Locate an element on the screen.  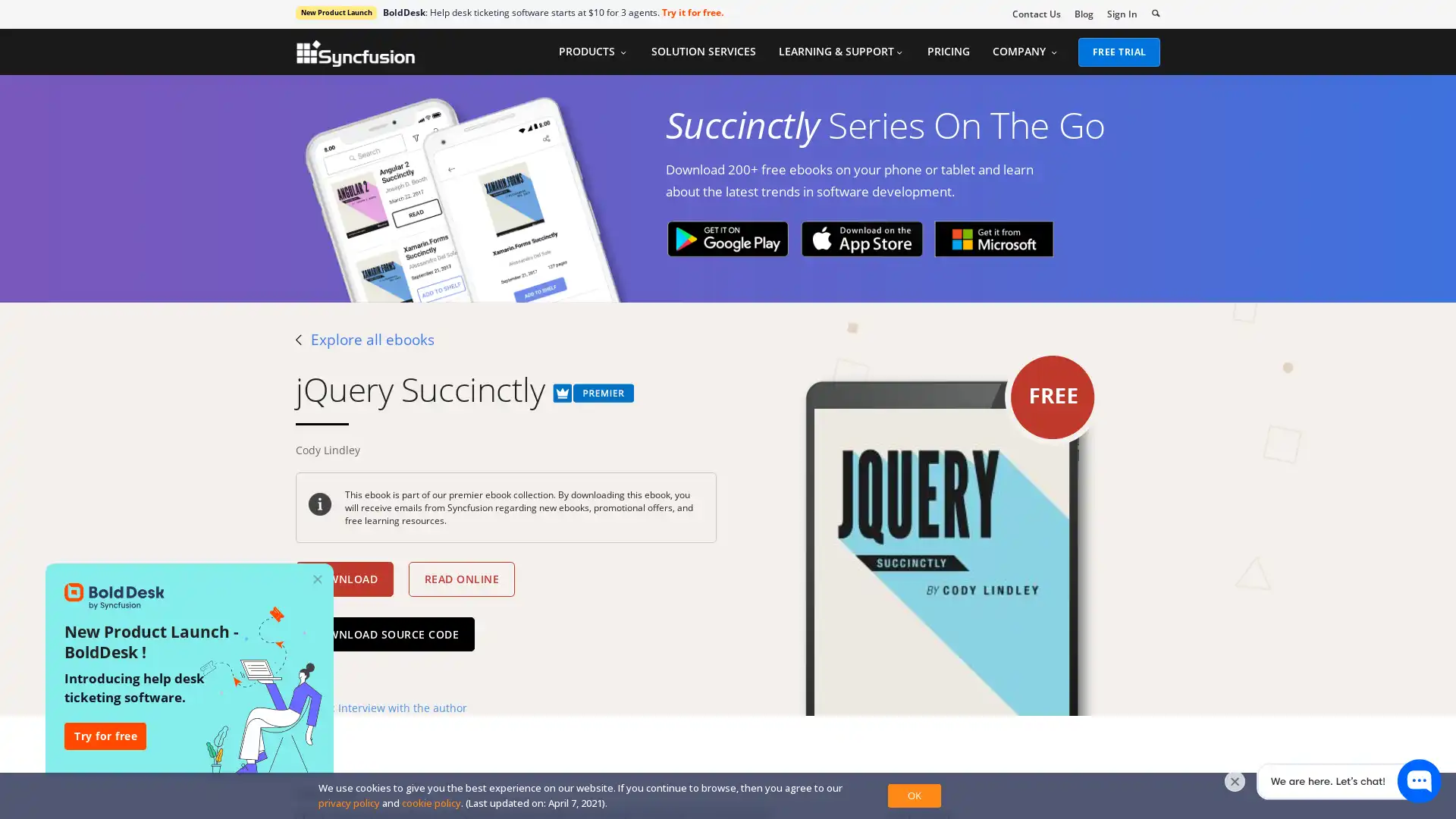
OK is located at coordinates (913, 795).